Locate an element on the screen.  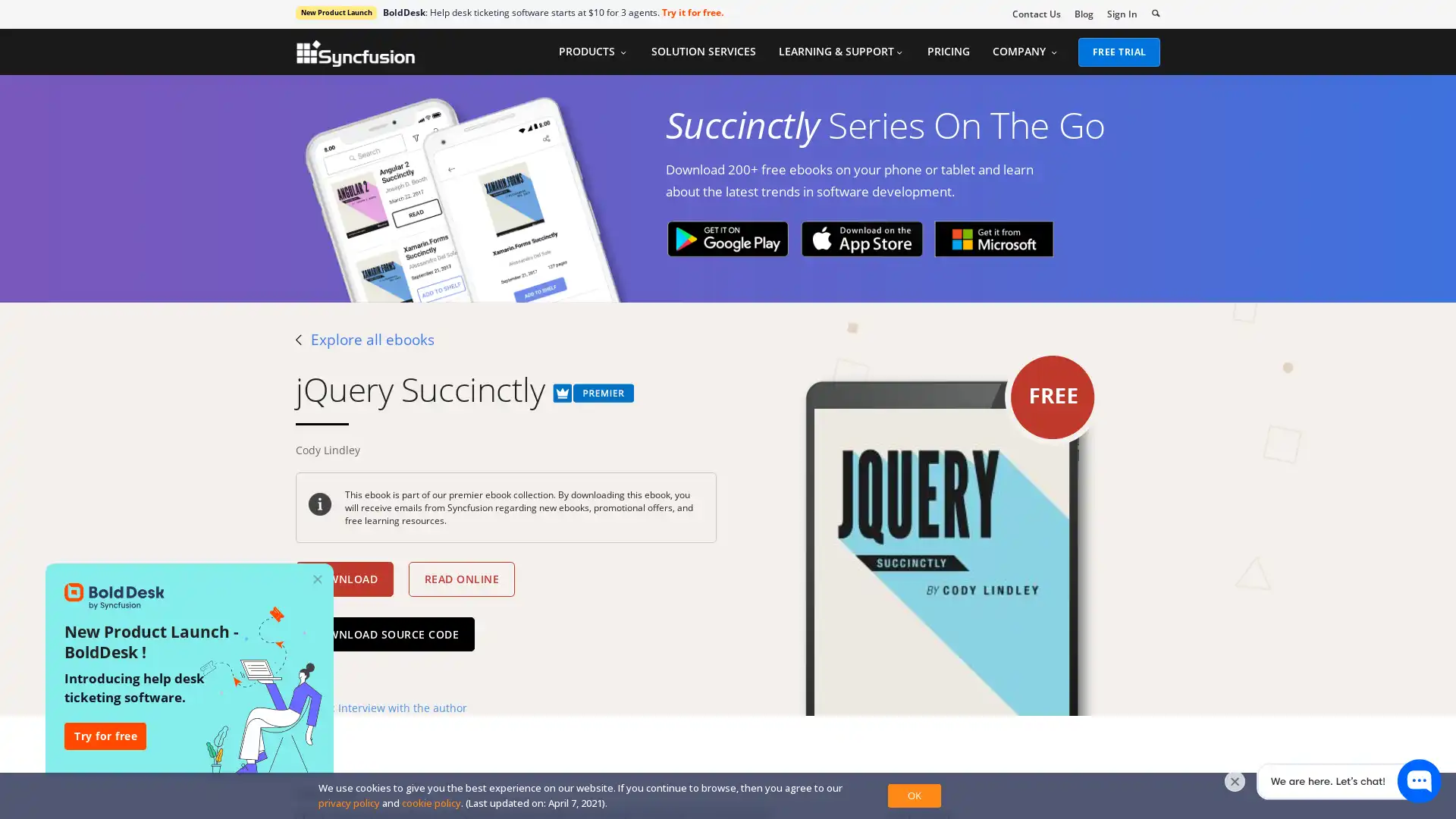
OK is located at coordinates (913, 795).